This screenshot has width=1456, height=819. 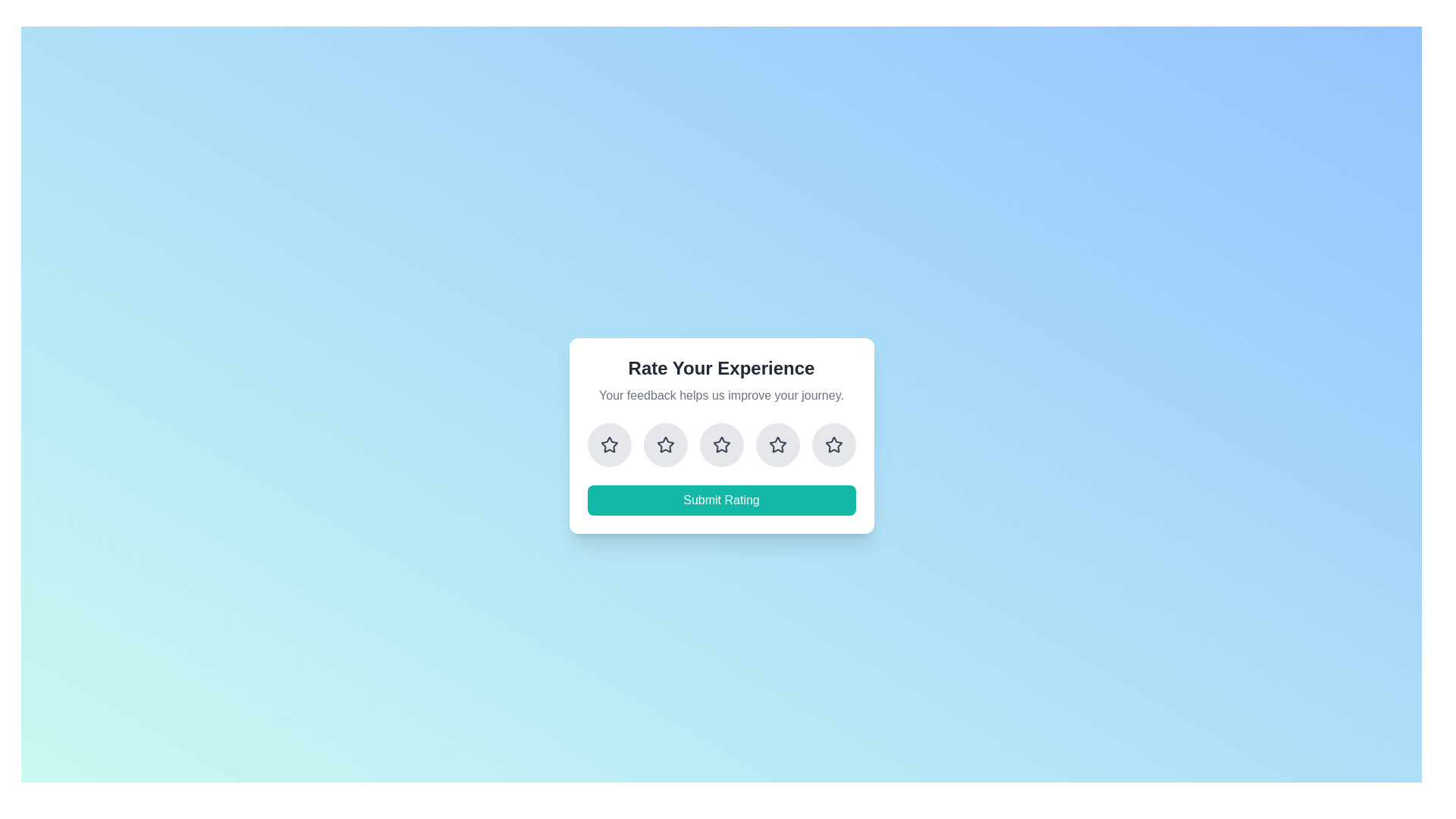 I want to click on the rating button corresponding to 3, so click(x=720, y=444).